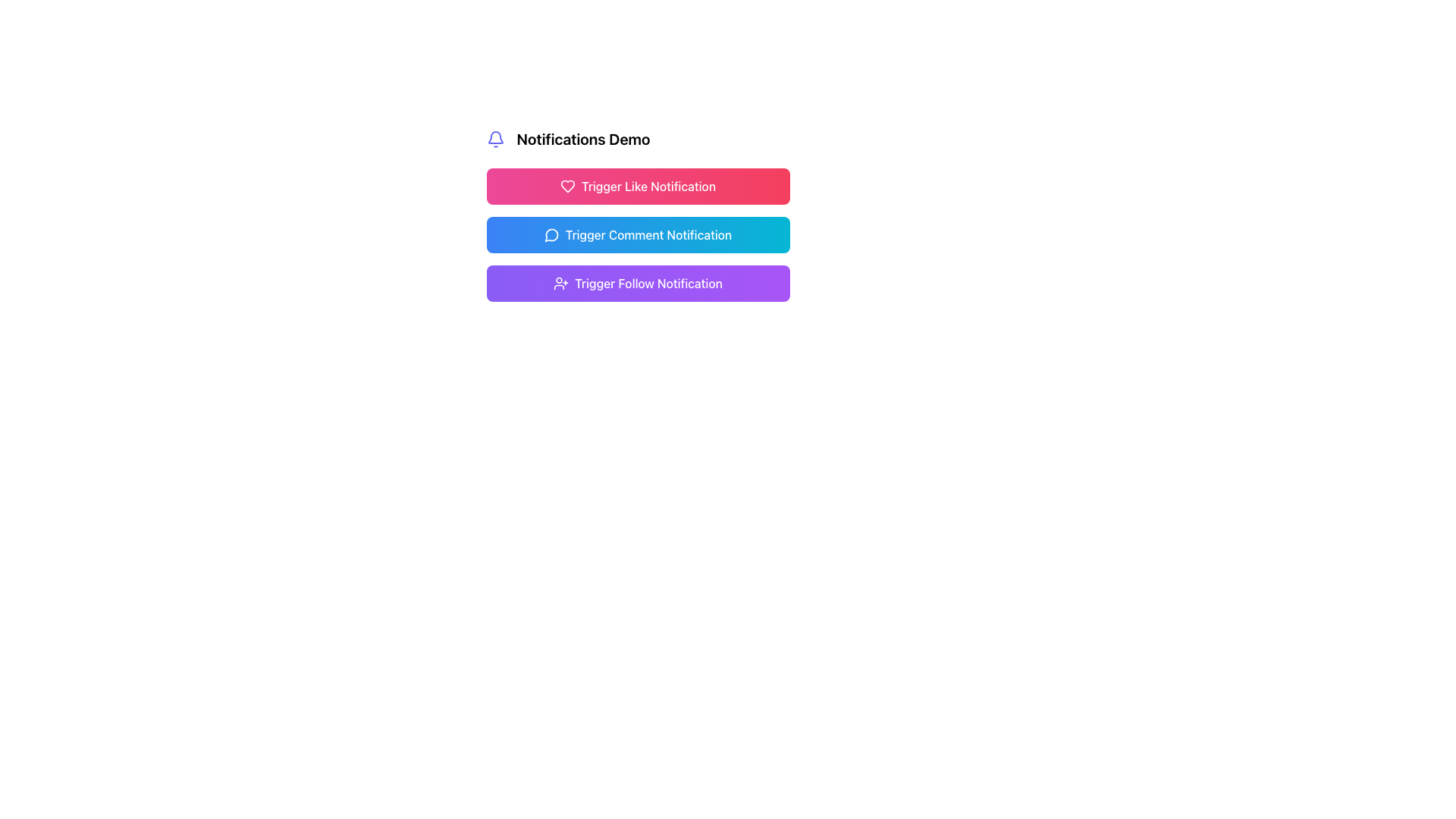 This screenshot has width=1456, height=819. Describe the element at coordinates (551, 235) in the screenshot. I see `the outlined speech bubble icon located within the blue button labeled 'Trigger Comment Notification'` at that location.